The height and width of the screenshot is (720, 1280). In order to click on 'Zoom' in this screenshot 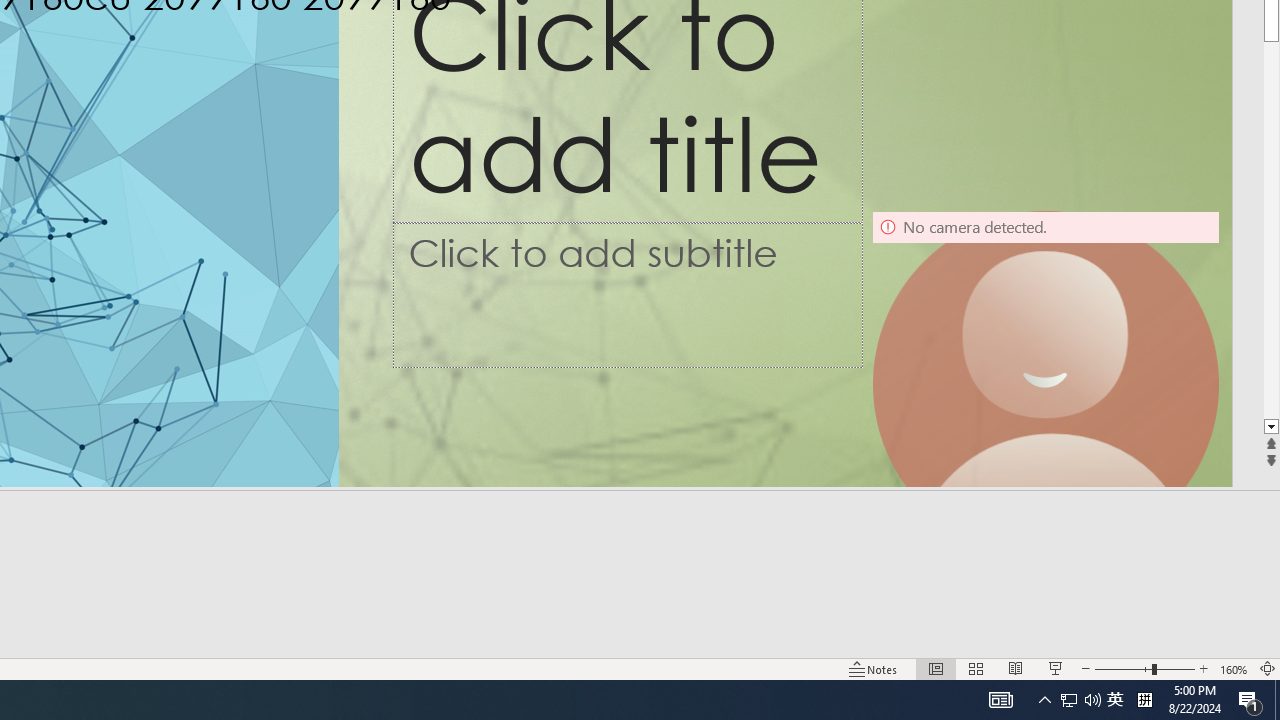, I will do `click(1144, 669)`.